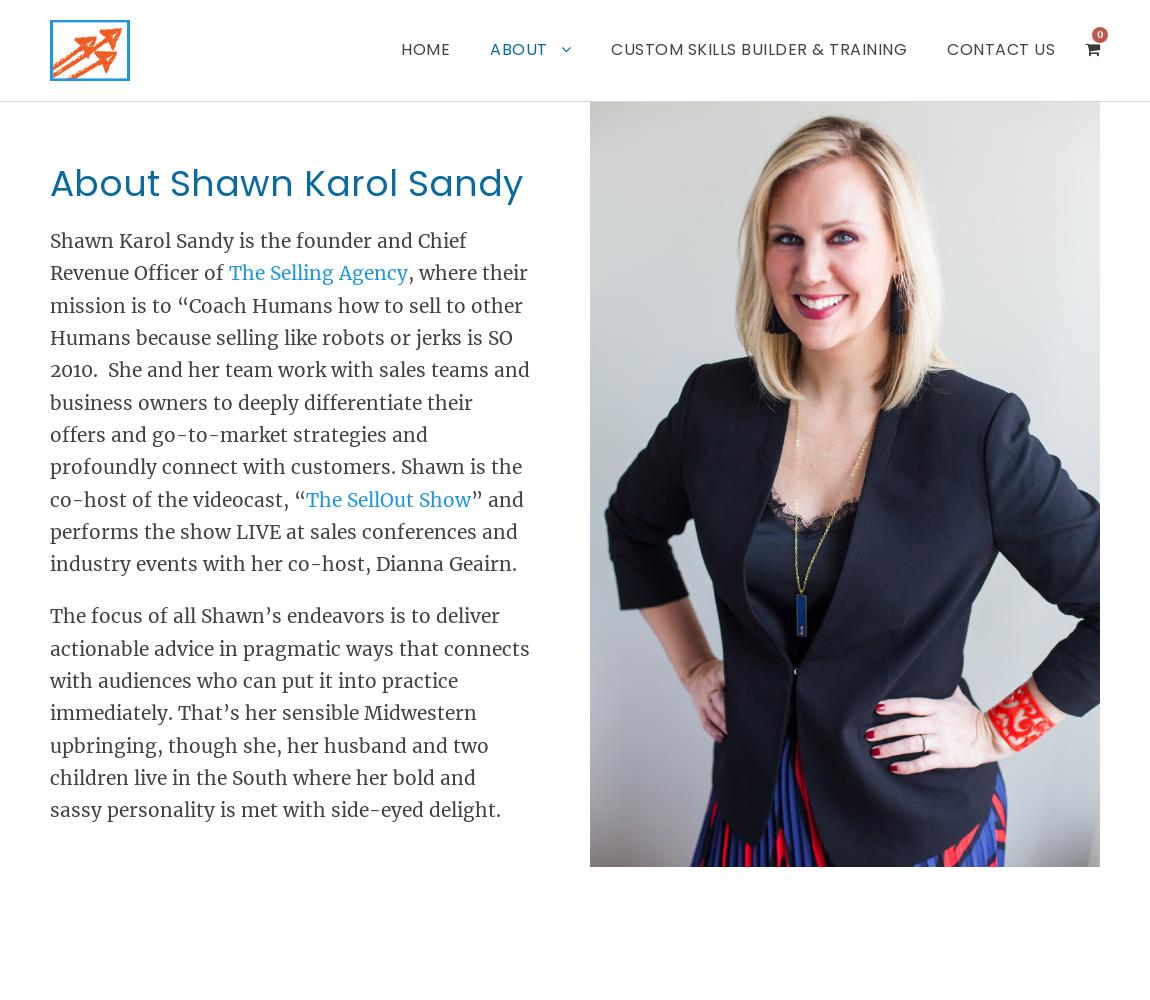  I want to click on 'The focus of all Shawn’s endeavors is to deliver actionable advice in pragmatic ways that connects with audiences who can put it into practice immediately. That’s her sensible Midwestern upbringing, though she, her husband and two children live in the South where her bold and sassy personality is met with side-eyed delight.', so click(290, 712).